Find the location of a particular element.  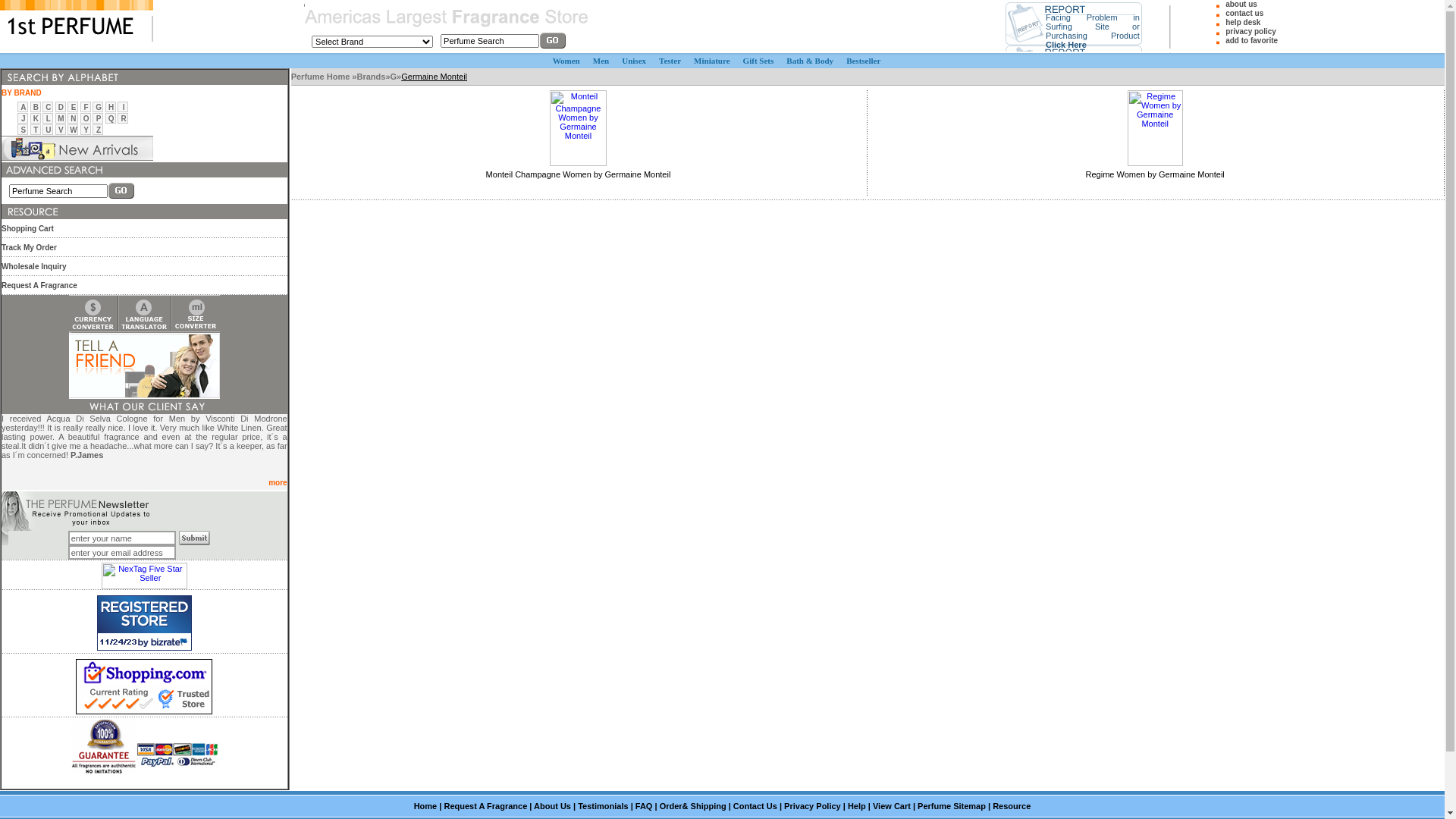

'perfume fragrance' is located at coordinates (2, 491).